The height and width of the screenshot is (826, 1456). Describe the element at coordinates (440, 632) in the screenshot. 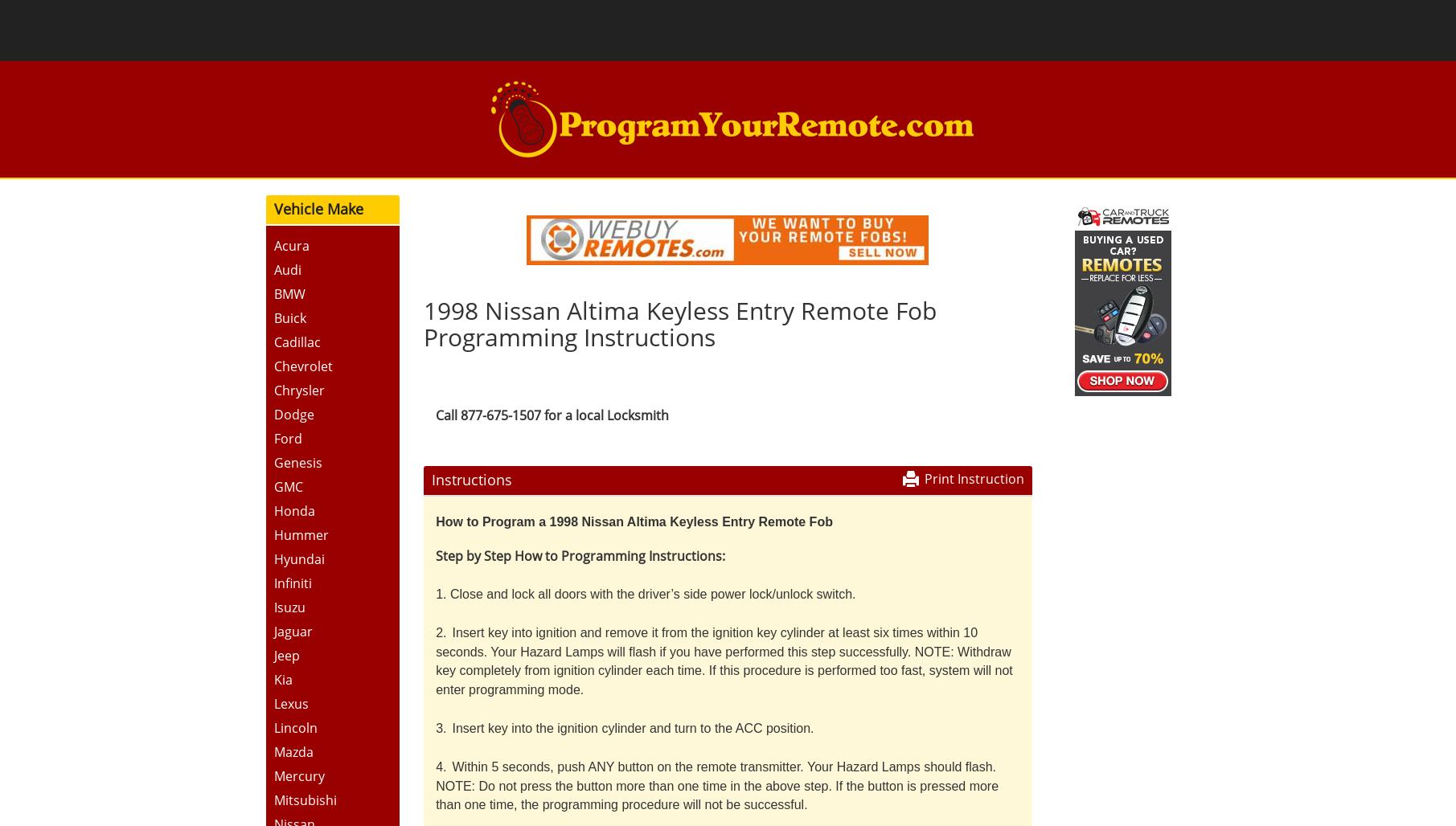

I see `'2.'` at that location.